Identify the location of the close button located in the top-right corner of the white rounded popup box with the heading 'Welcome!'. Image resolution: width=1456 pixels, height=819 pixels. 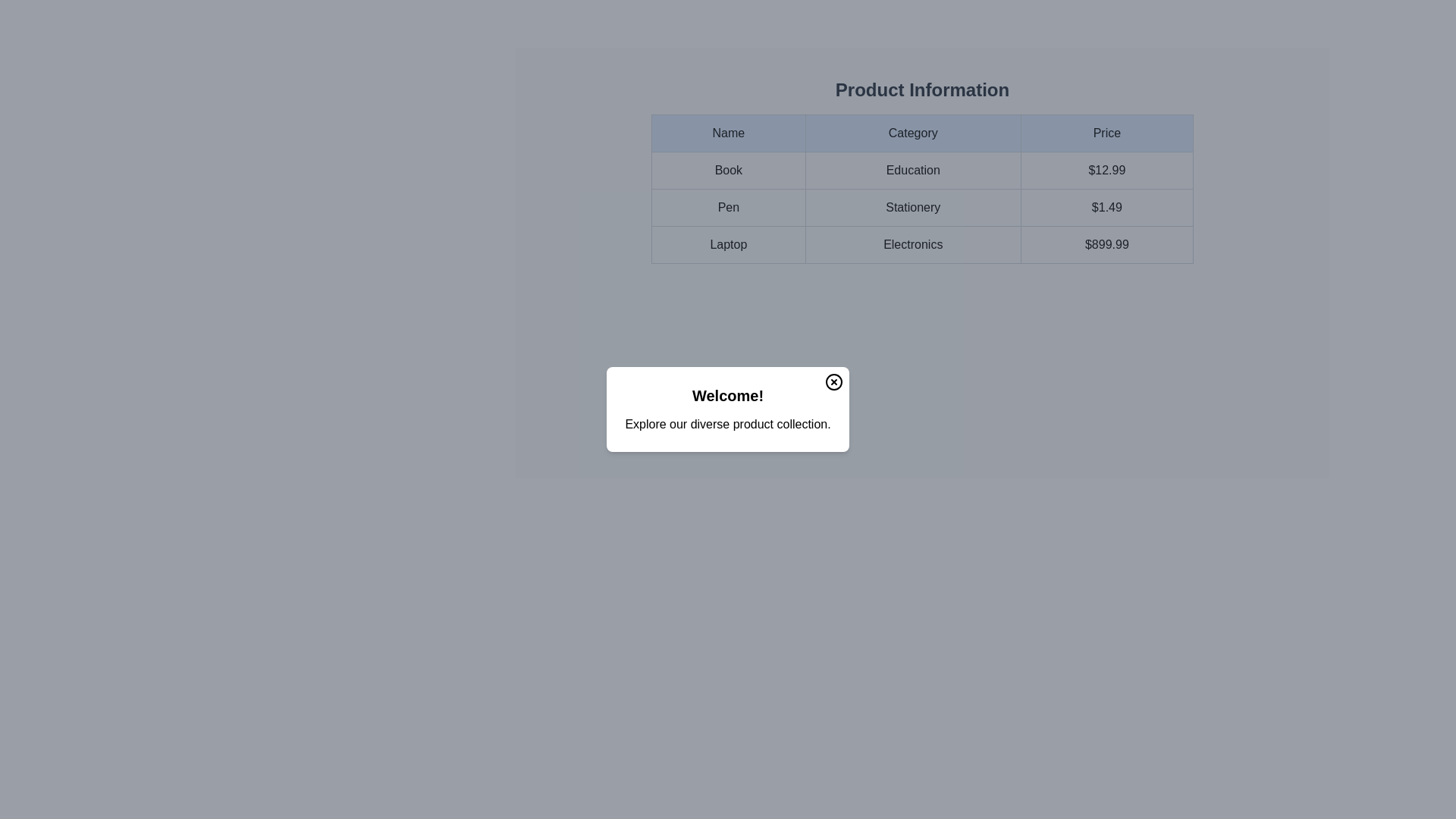
(833, 381).